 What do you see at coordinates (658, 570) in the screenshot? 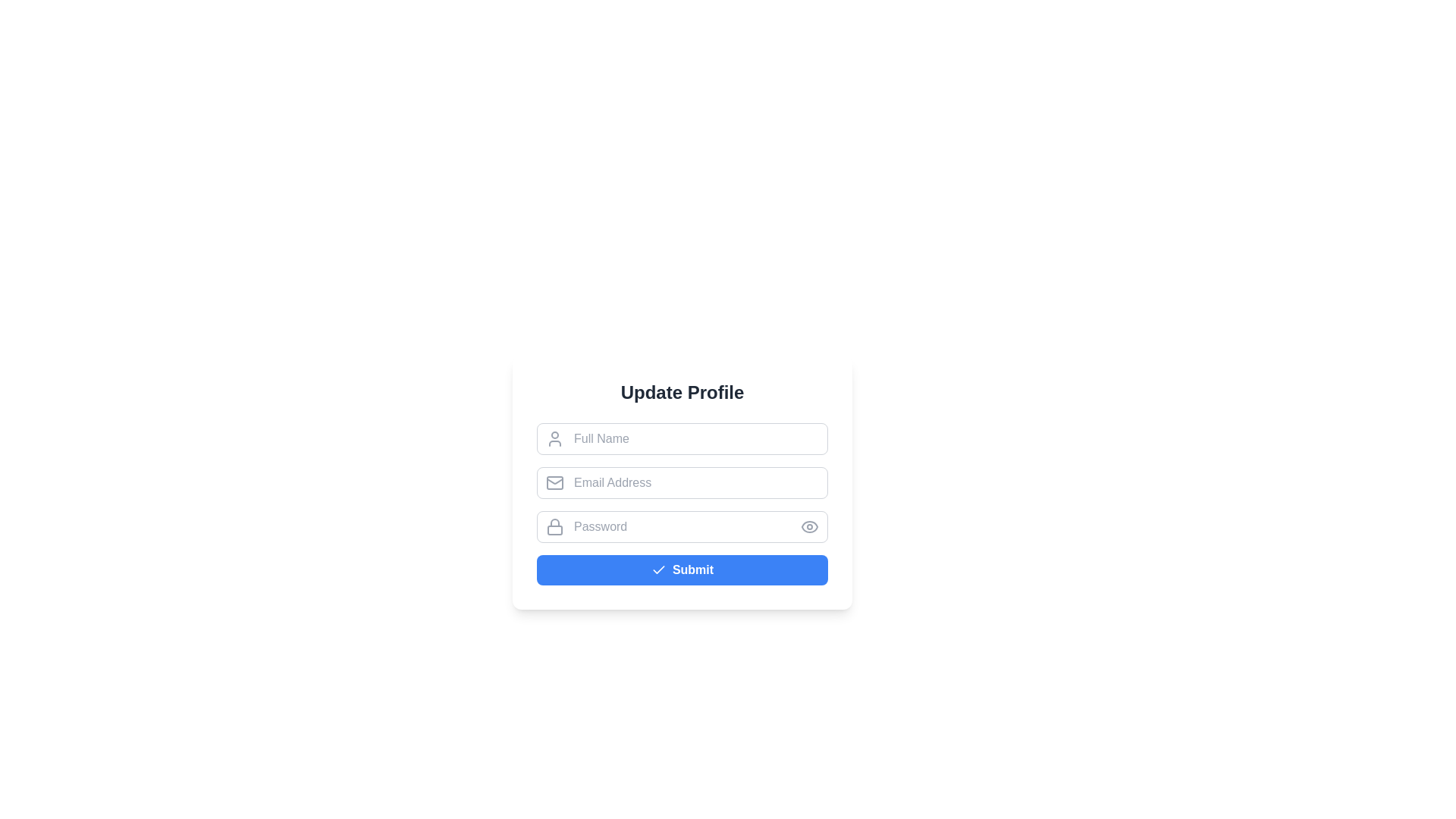
I see `the confirmation icon located inside the 'Submit' button, positioned towards the center-right of the button's content area` at bounding box center [658, 570].